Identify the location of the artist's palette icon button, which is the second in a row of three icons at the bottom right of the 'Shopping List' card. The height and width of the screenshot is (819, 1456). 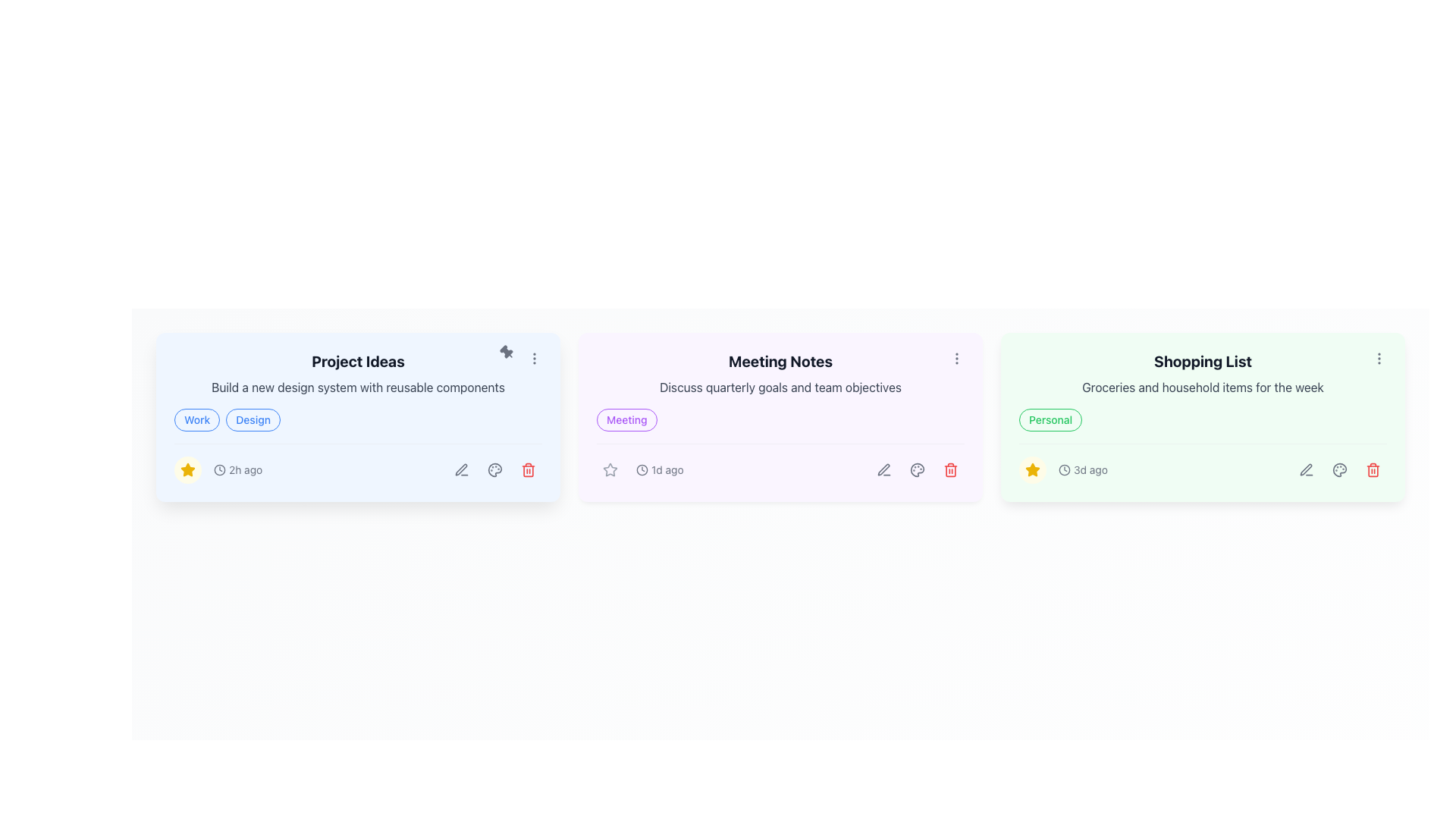
(1339, 469).